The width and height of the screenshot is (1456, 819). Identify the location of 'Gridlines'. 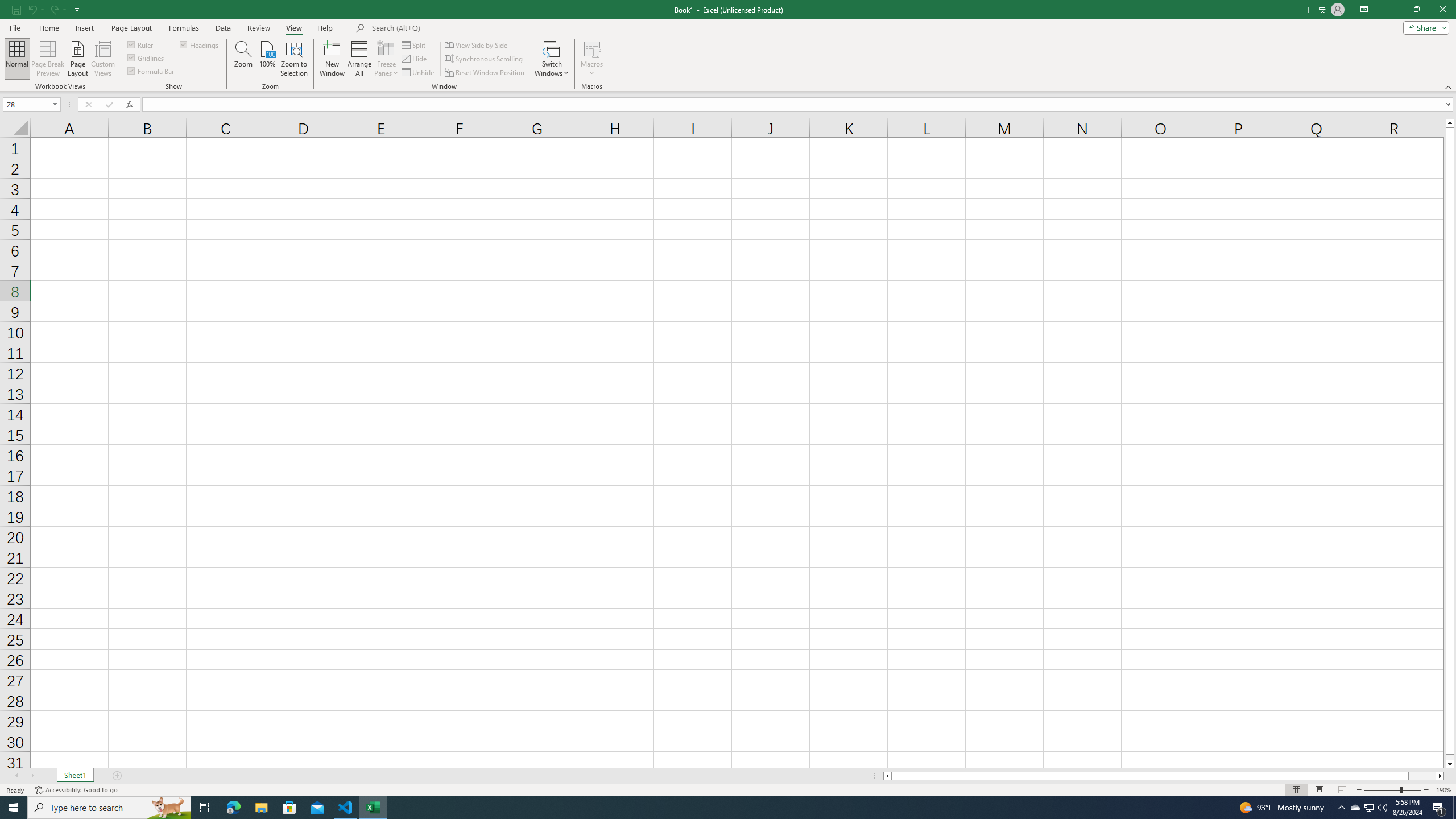
(146, 56).